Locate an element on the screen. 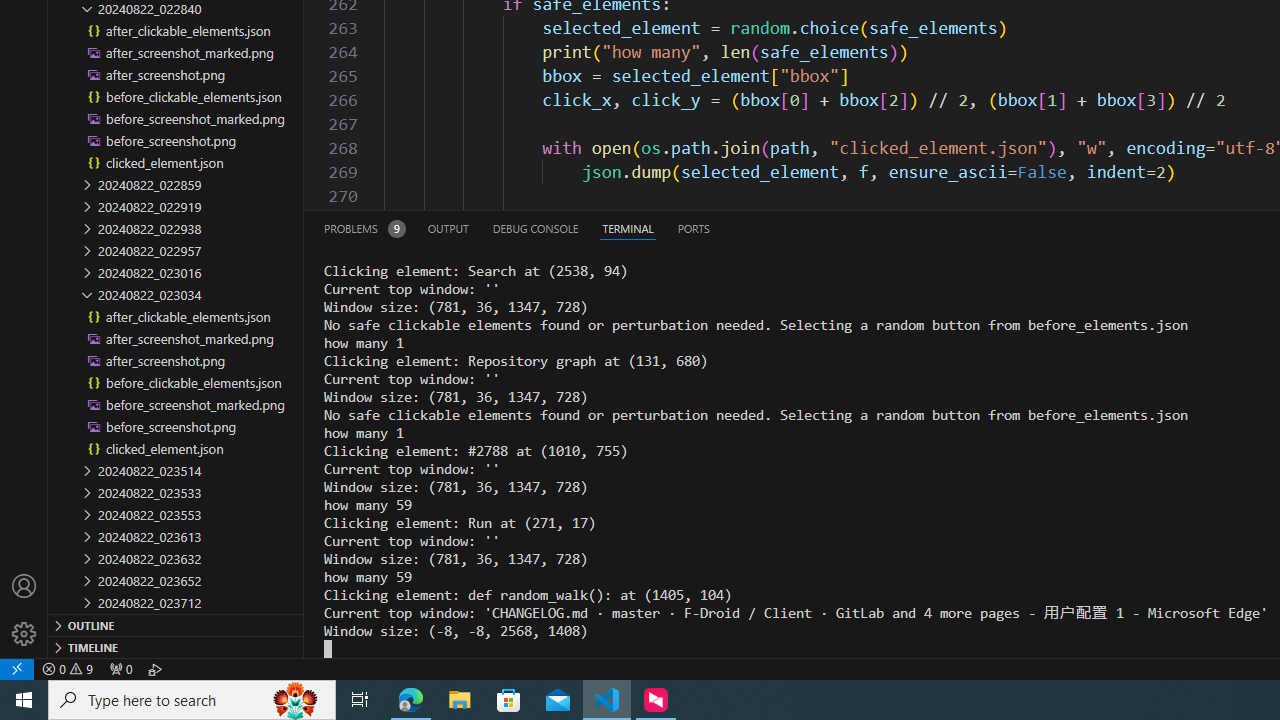 Image resolution: width=1280 pixels, height=720 pixels. 'Timeline Section' is located at coordinates (176, 646).